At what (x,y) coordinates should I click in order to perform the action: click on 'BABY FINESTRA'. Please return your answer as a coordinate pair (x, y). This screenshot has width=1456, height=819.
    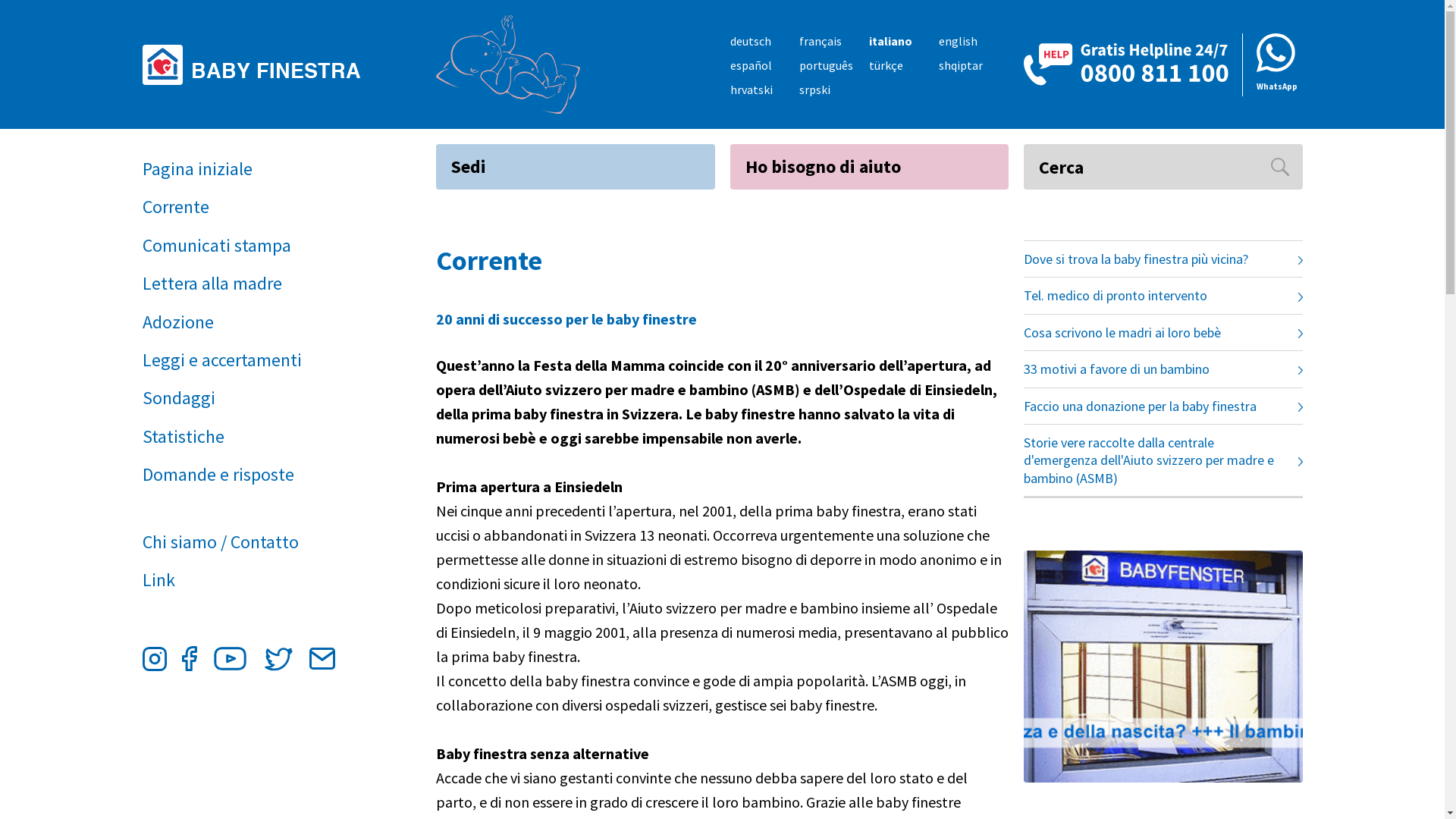
    Looking at the image, I should click on (257, 63).